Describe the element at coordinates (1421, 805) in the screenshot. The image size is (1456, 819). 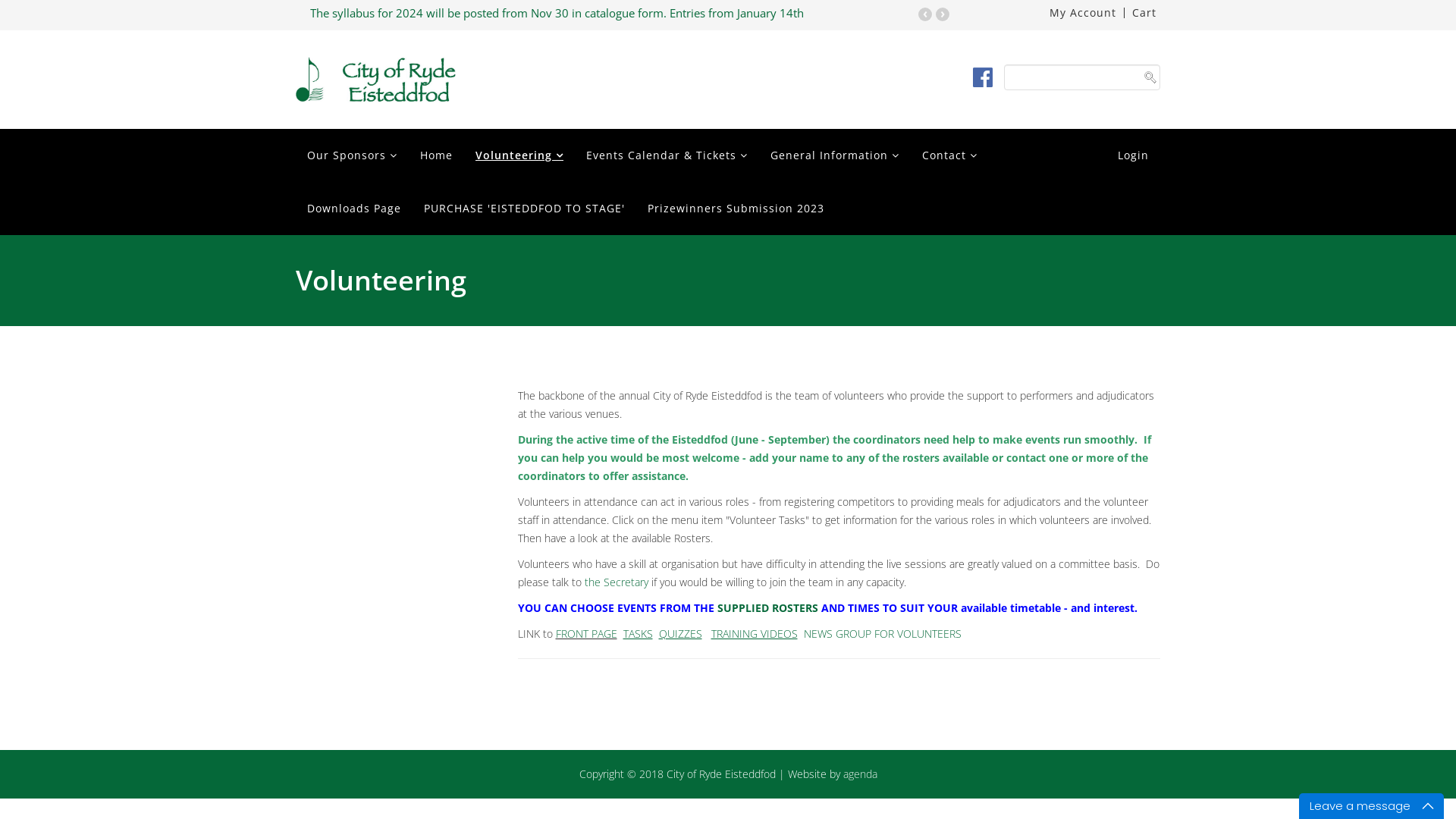
I see `'Maximize'` at that location.